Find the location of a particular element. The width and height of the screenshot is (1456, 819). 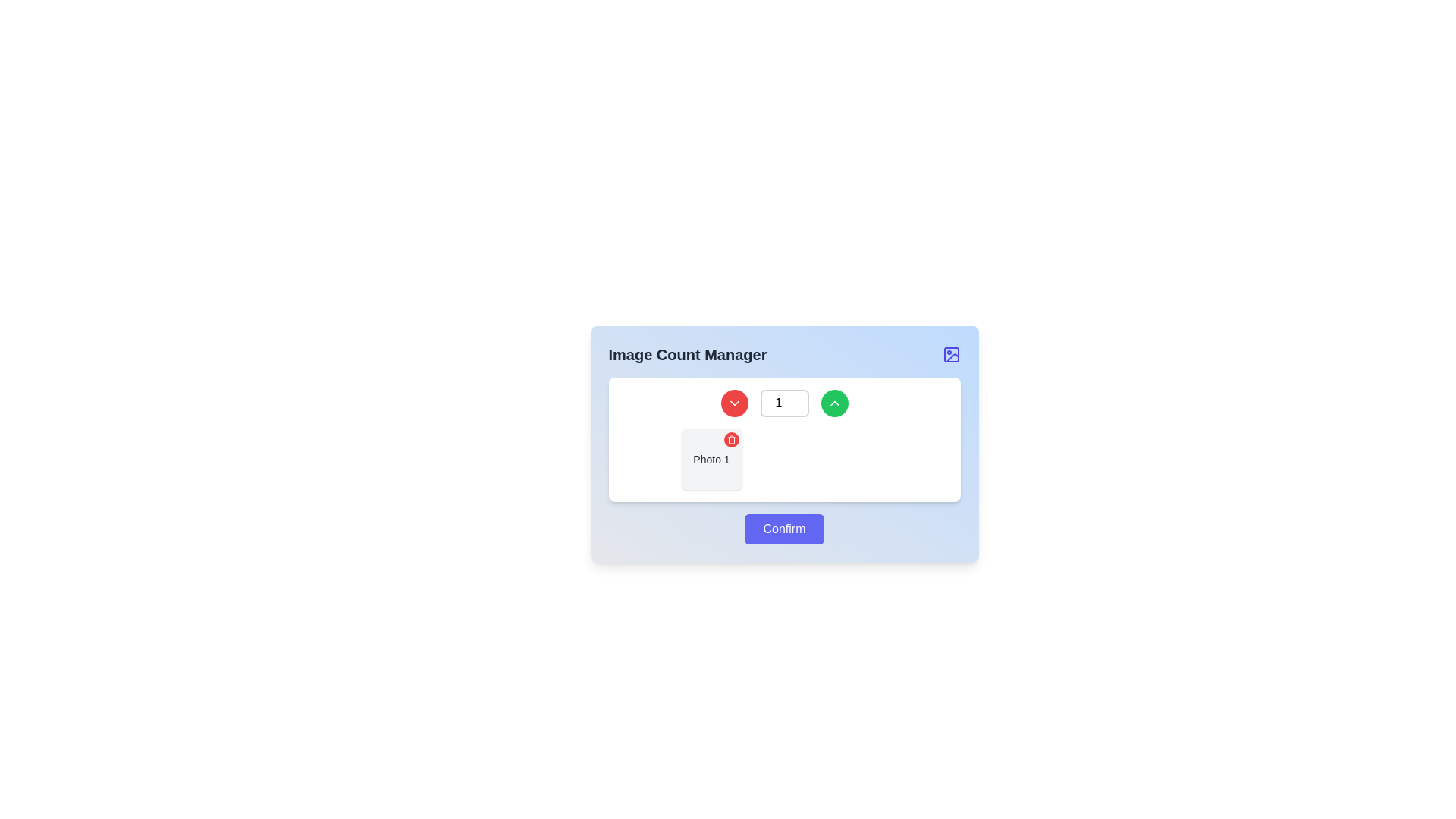

the button labeled 'Image Count Manager' located at the bottom center of the card layout to confirm the action is located at coordinates (784, 529).